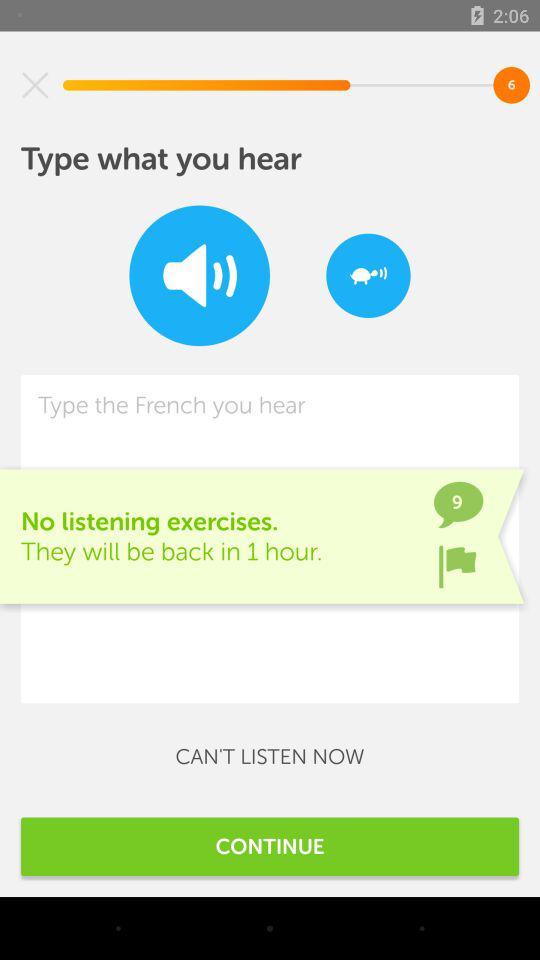  Describe the element at coordinates (457, 566) in the screenshot. I see `the item to the right of the no listening exercises item` at that location.